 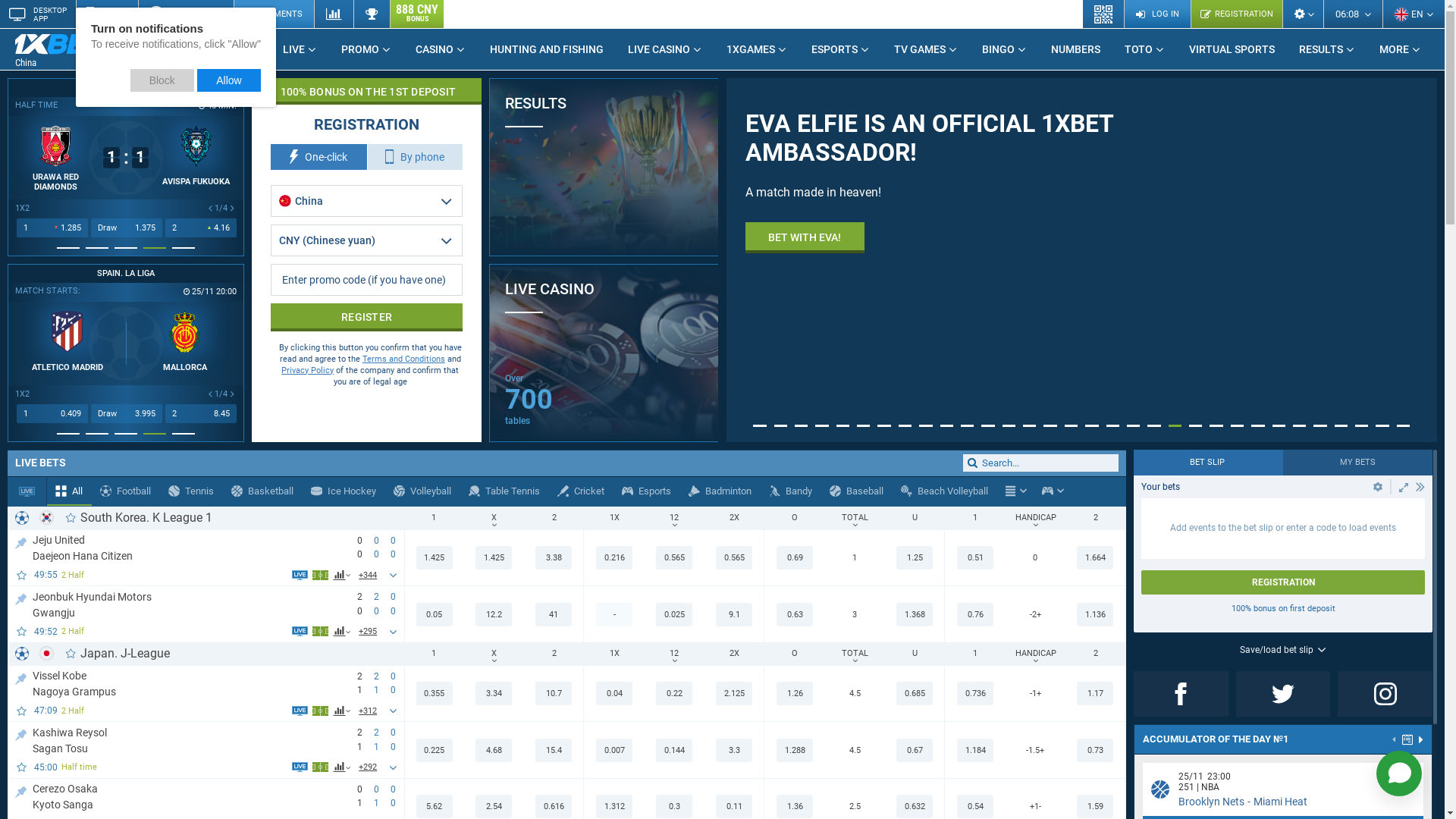 What do you see at coordinates (546, 49) in the screenshot?
I see `'HUNTING AND FISHING'` at bounding box center [546, 49].